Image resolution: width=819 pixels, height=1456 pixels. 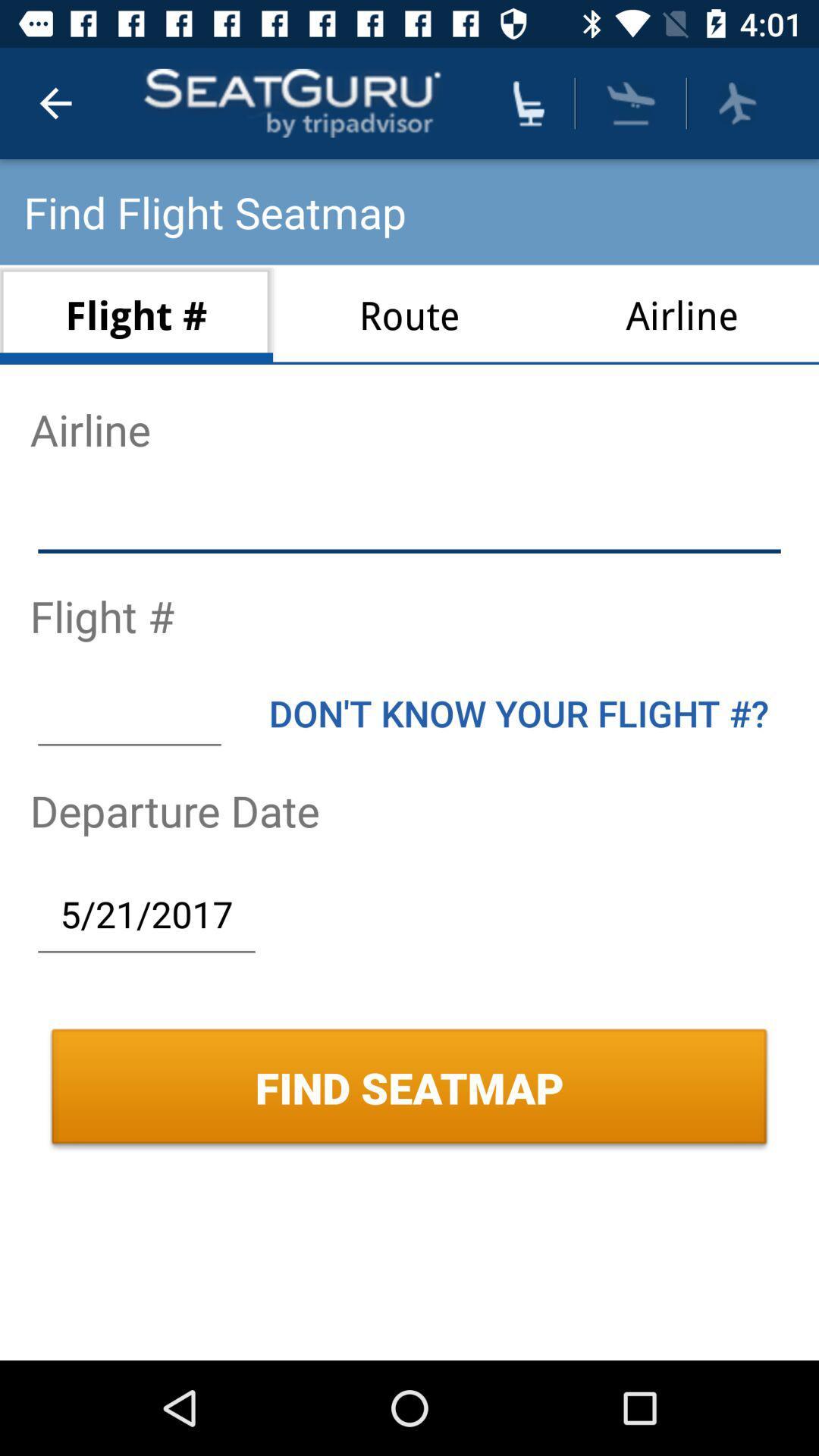 I want to click on air borne, so click(x=631, y=102).